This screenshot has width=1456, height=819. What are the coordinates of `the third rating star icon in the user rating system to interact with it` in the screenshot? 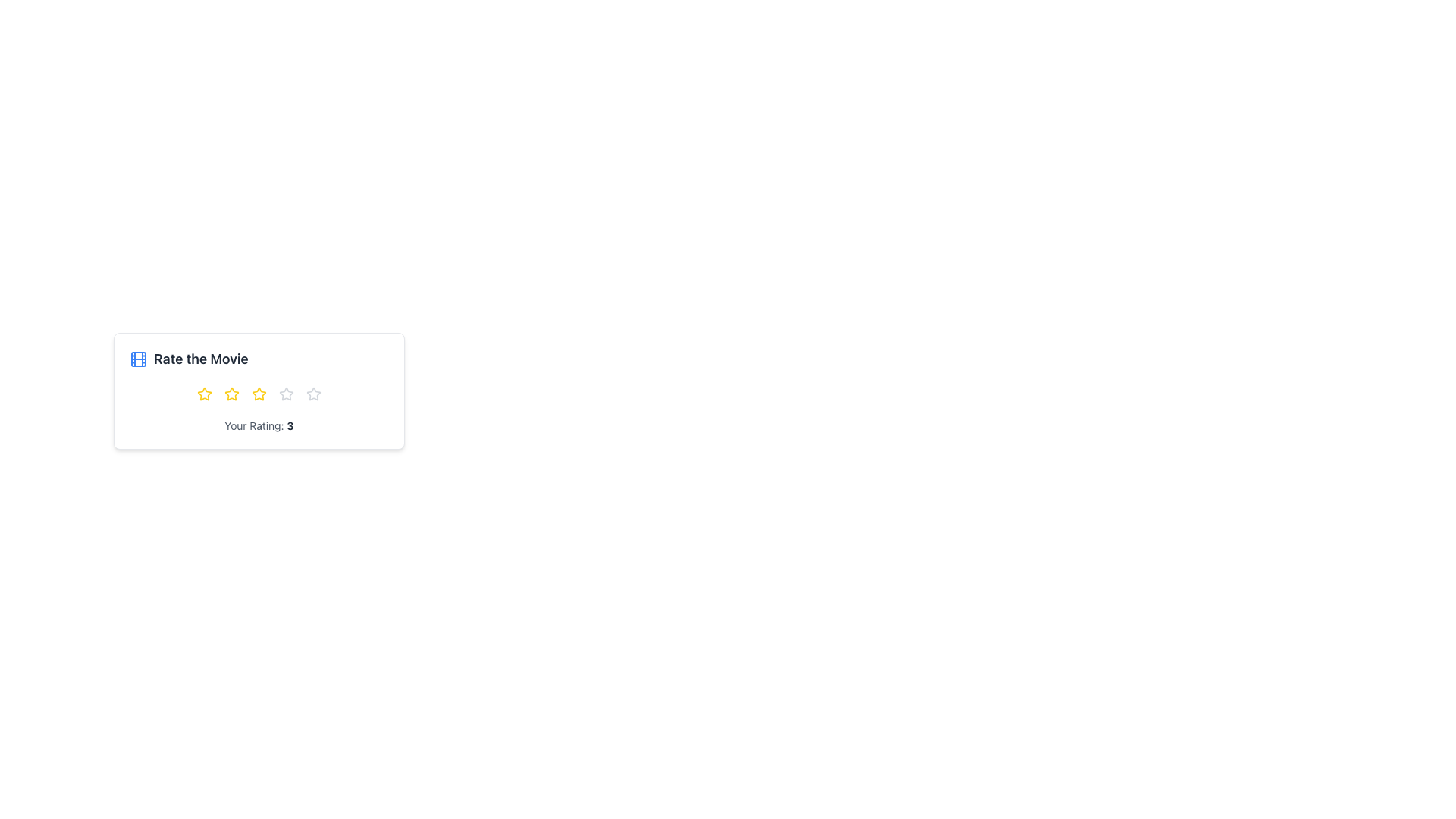 It's located at (231, 394).